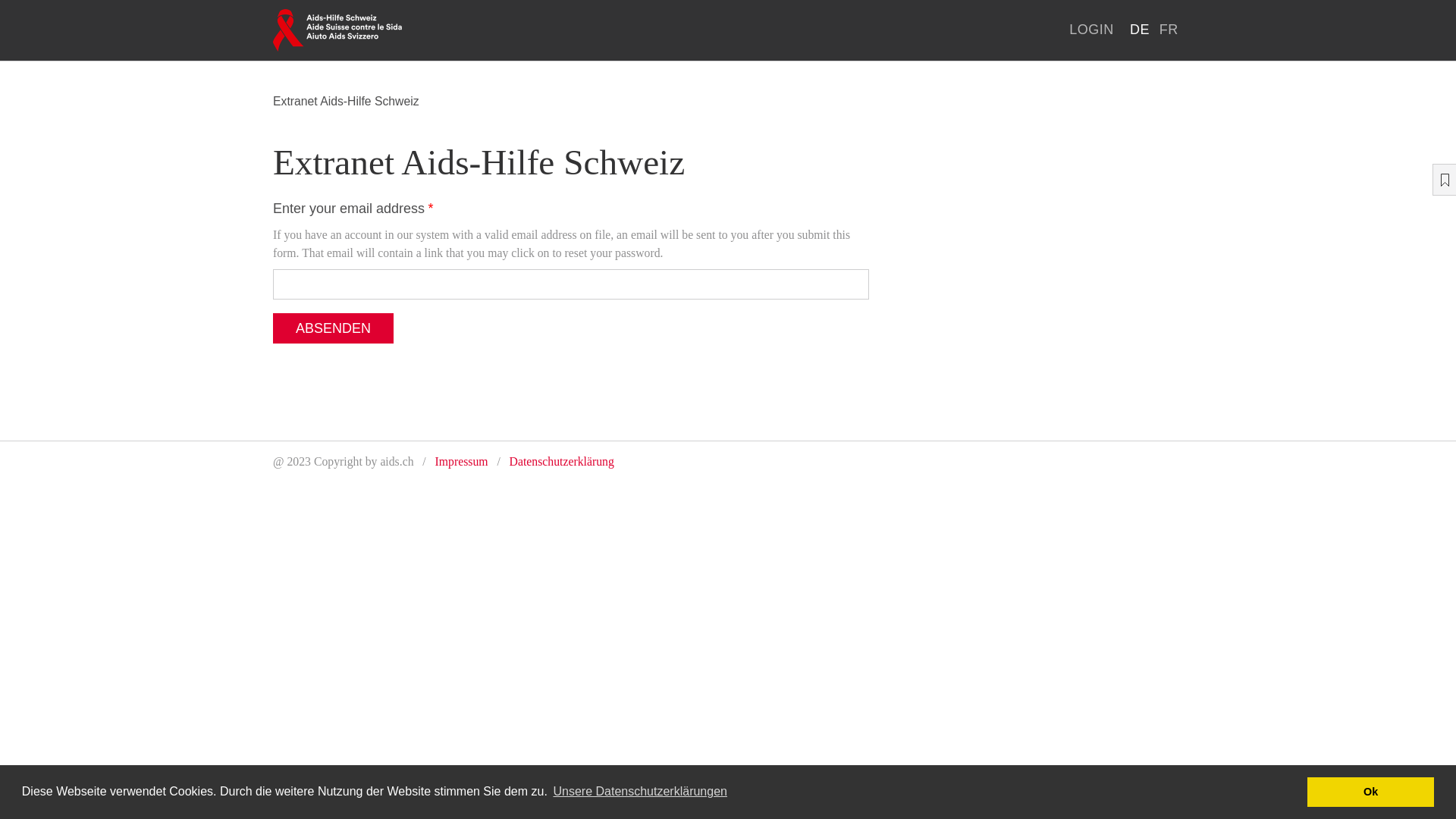 The image size is (1456, 819). What do you see at coordinates (1090, 30) in the screenshot?
I see `'LOGIN'` at bounding box center [1090, 30].